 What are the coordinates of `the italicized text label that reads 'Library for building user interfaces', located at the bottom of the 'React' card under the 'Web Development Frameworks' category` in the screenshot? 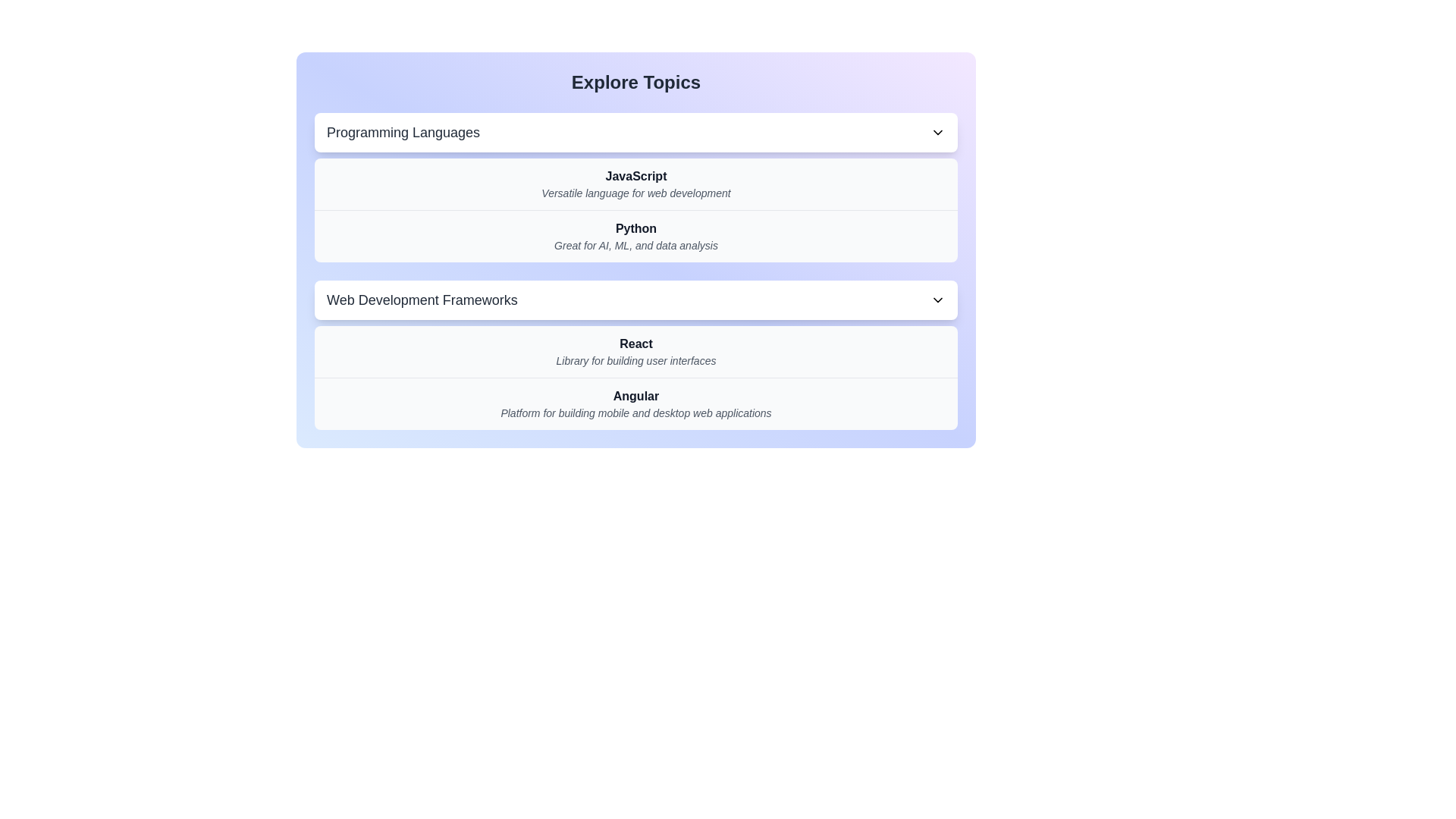 It's located at (636, 360).